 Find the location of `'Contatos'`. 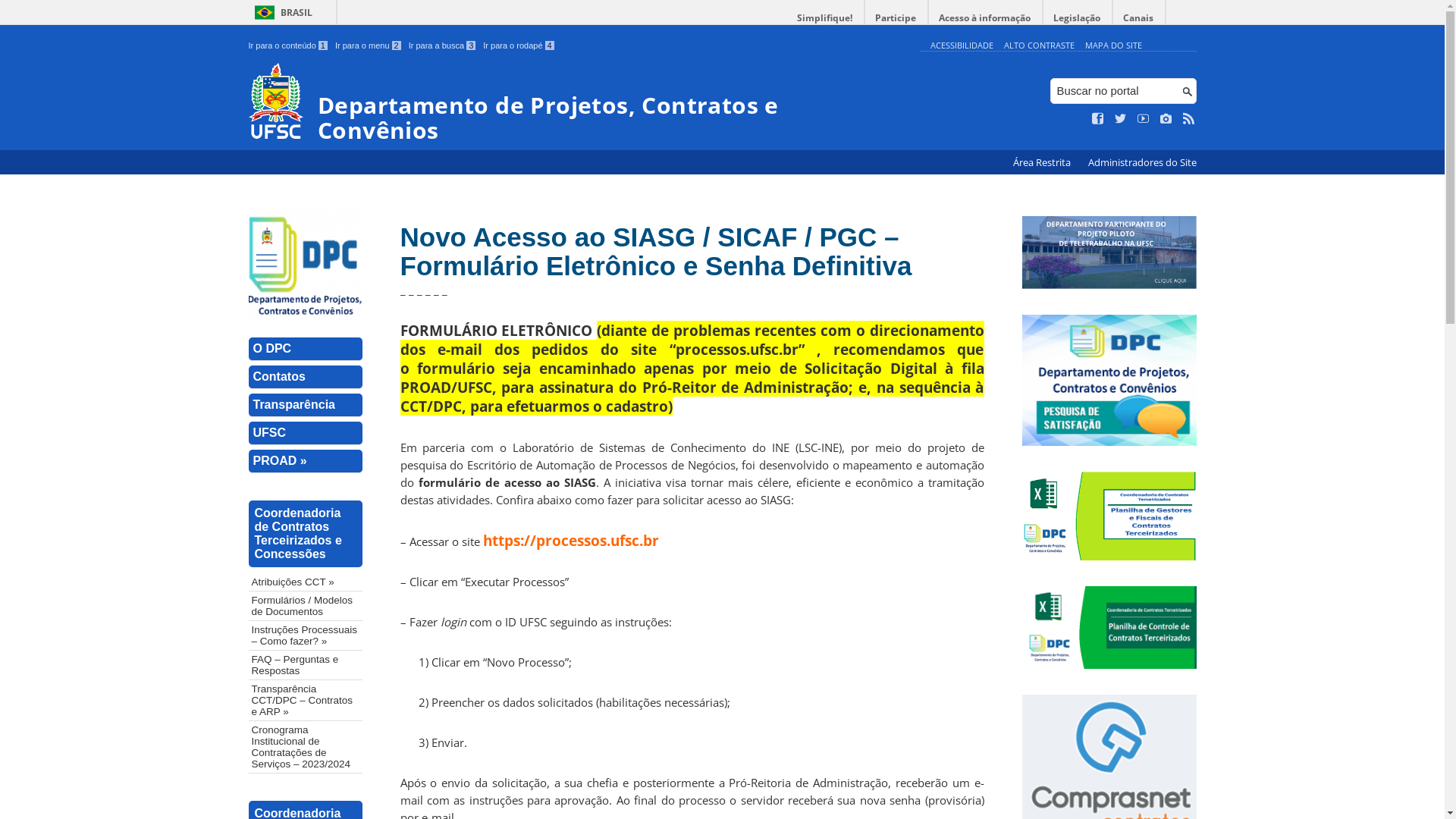

'Contatos' is located at coordinates (305, 376).